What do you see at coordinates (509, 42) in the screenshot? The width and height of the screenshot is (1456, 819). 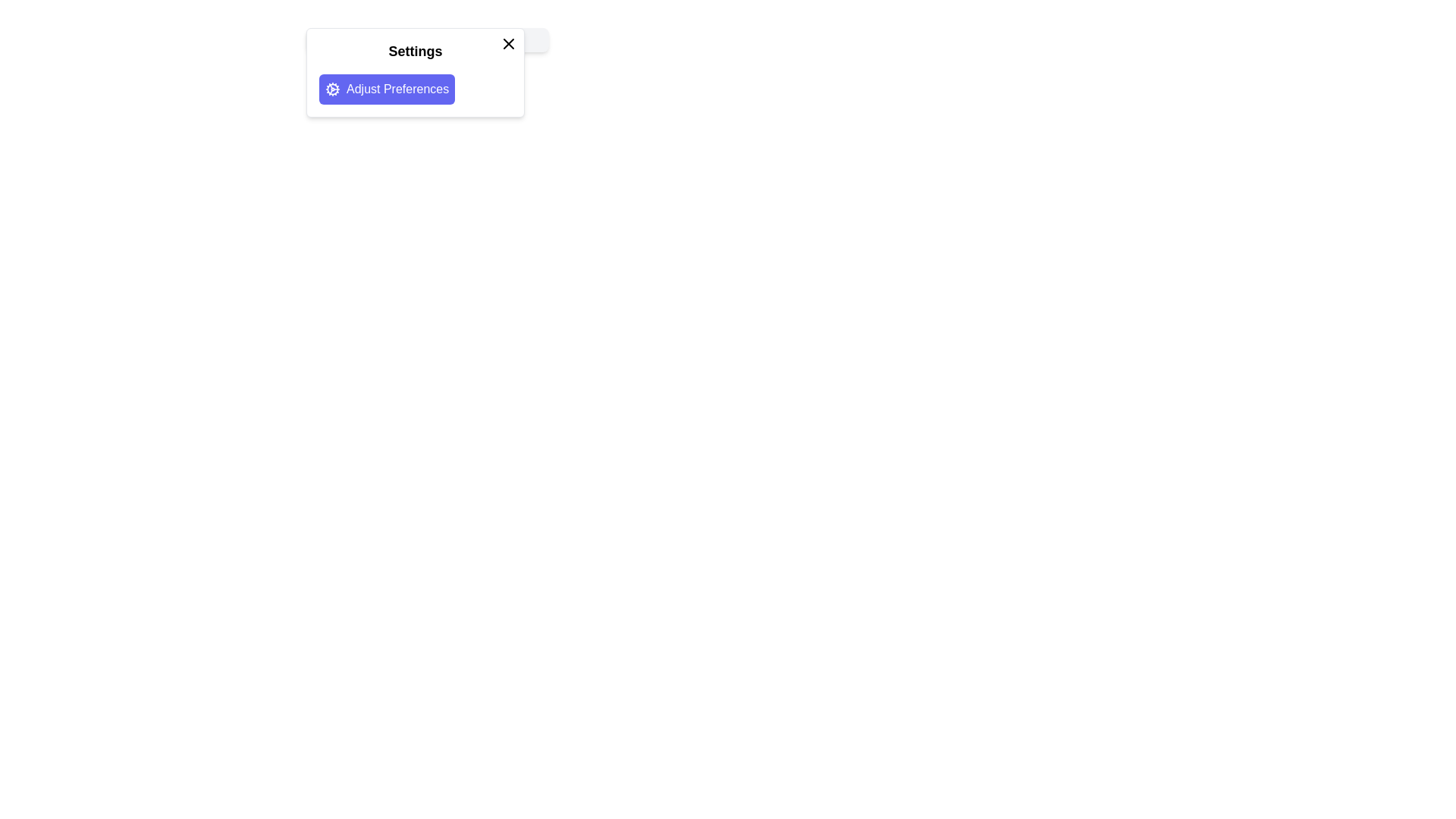 I see `the close icon (cross or 'X') located at the top-right corner of the modal interface` at bounding box center [509, 42].